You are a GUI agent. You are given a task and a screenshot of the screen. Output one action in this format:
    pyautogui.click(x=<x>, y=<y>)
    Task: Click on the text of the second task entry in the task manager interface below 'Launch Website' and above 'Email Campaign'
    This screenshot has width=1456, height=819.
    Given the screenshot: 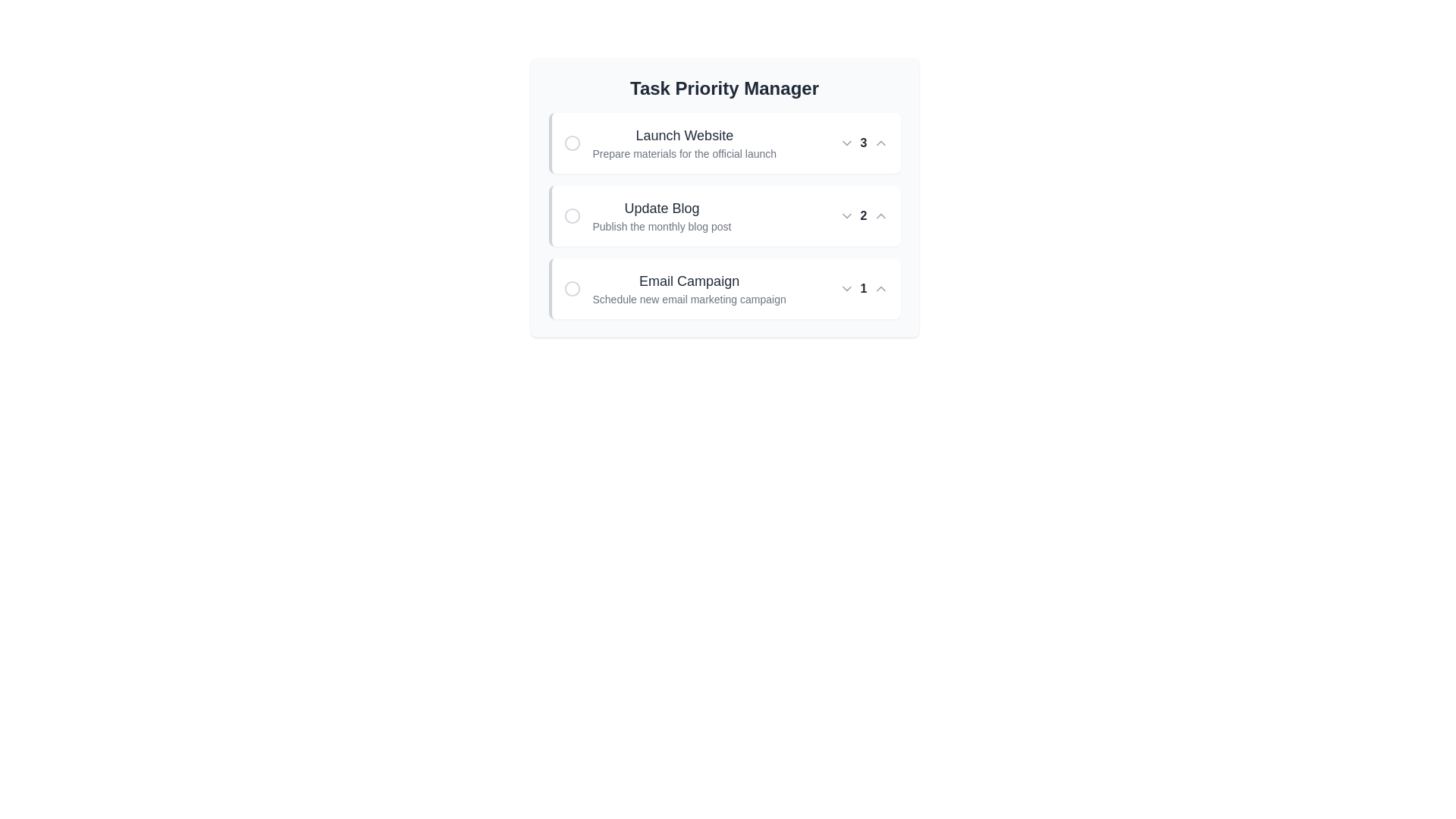 What is the action you would take?
    pyautogui.click(x=662, y=216)
    